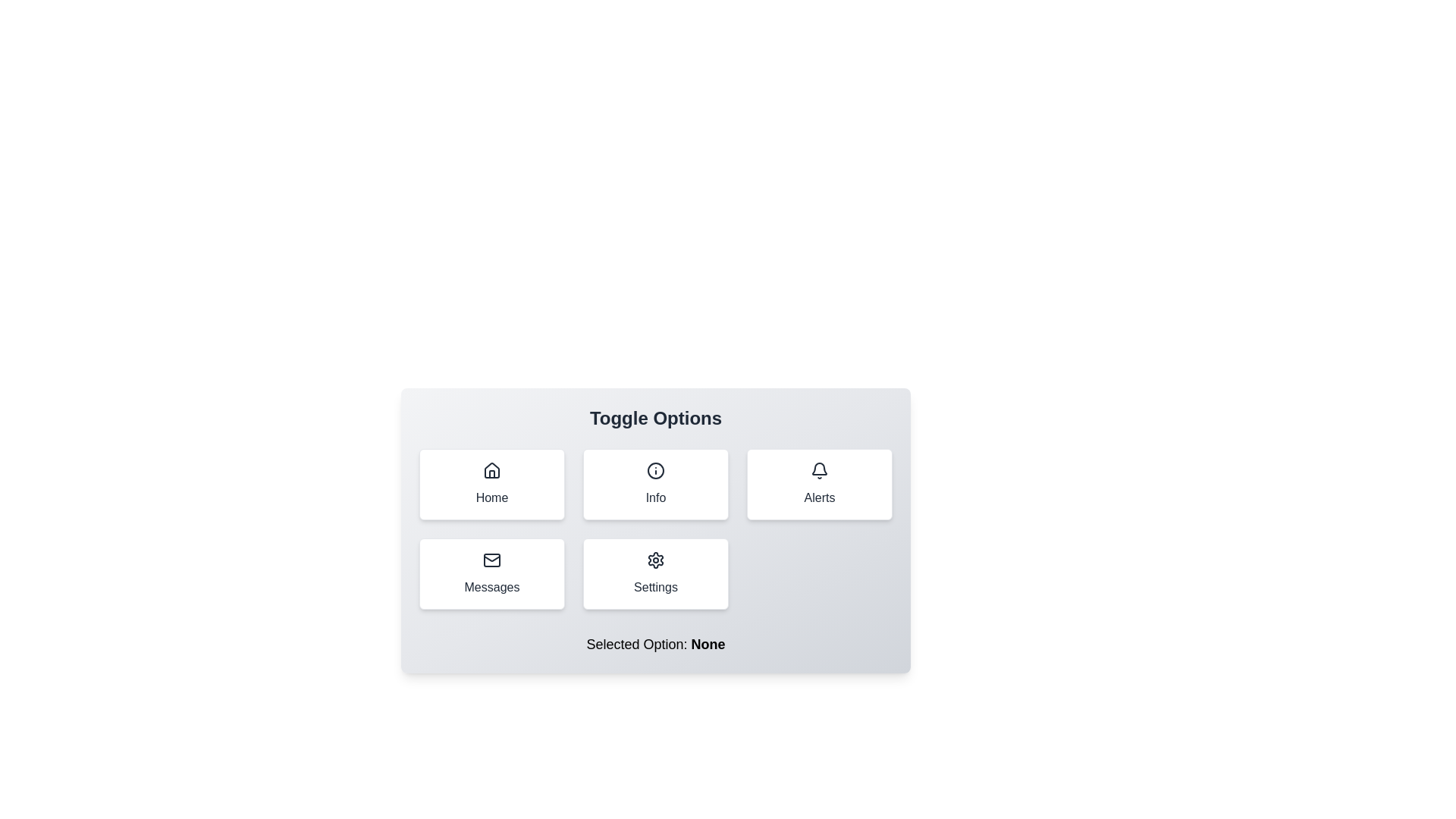  What do you see at coordinates (655, 560) in the screenshot?
I see `the settings icon, which resembles a cogwheel and is located in the second row and third column of the grid` at bounding box center [655, 560].